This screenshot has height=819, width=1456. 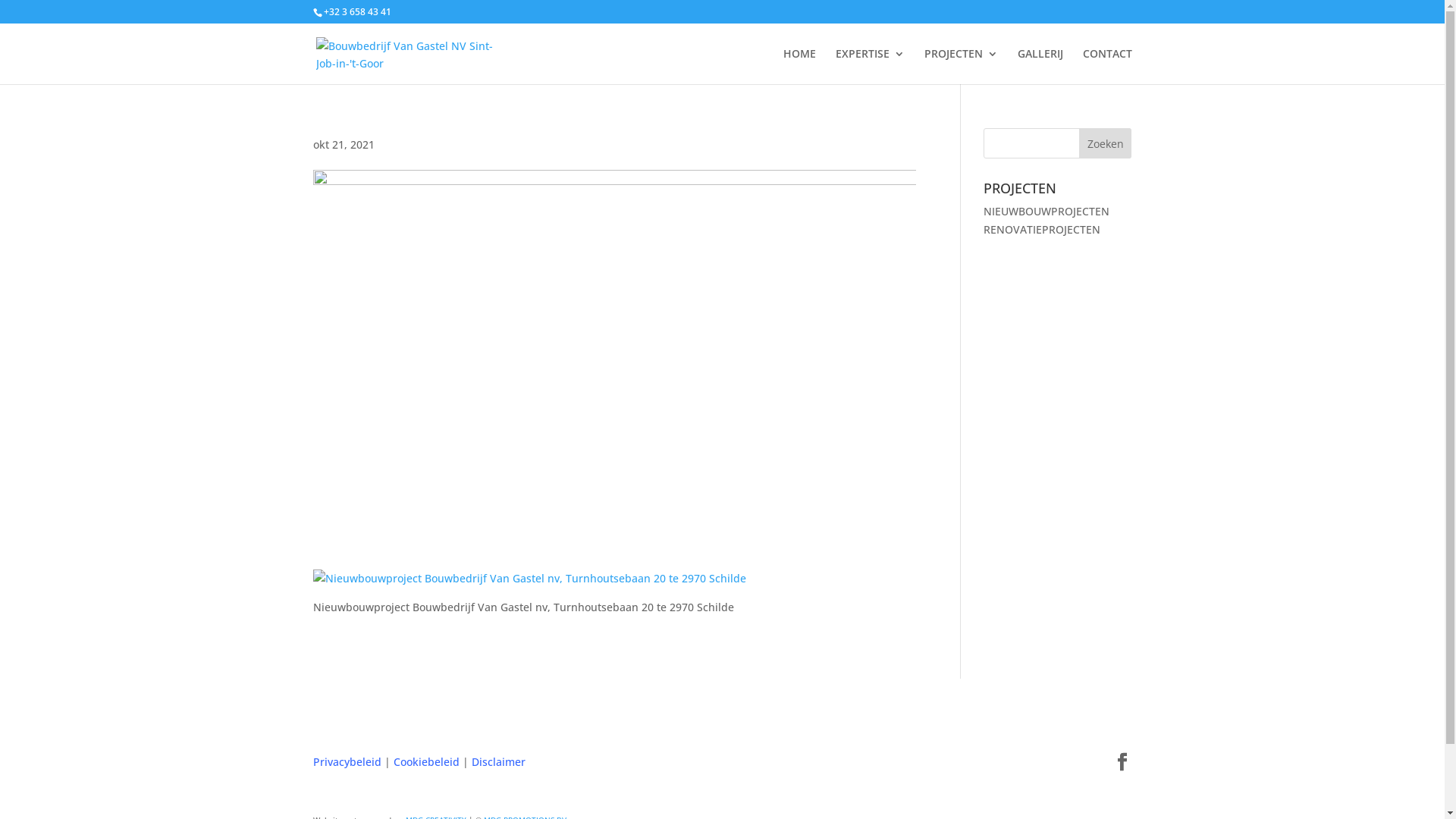 I want to click on 'Cookiebeleid', so click(x=425, y=761).